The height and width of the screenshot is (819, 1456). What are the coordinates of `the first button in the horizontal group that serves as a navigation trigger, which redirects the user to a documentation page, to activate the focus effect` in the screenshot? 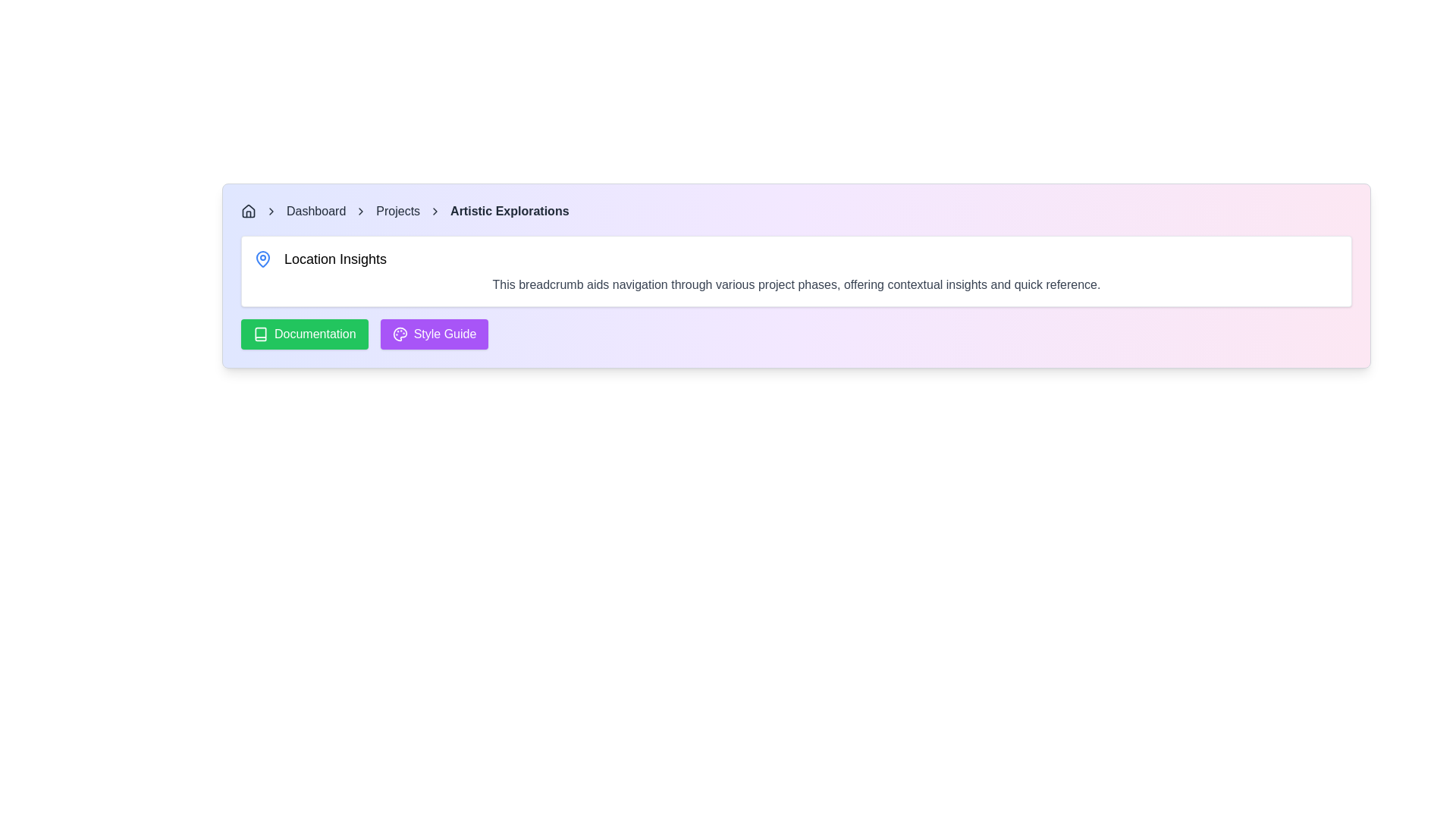 It's located at (303, 333).